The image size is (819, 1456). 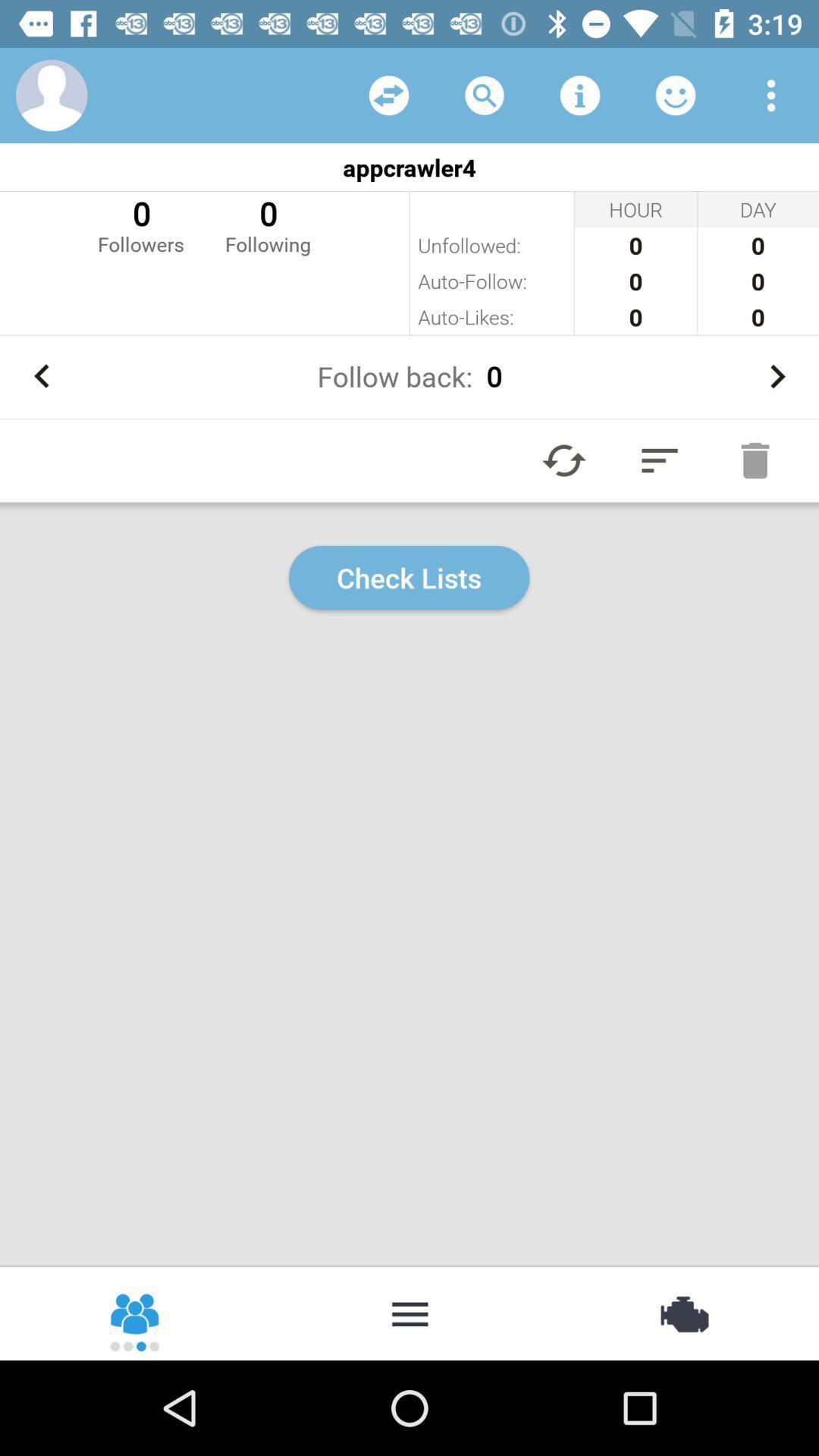 I want to click on information button, so click(x=579, y=94).